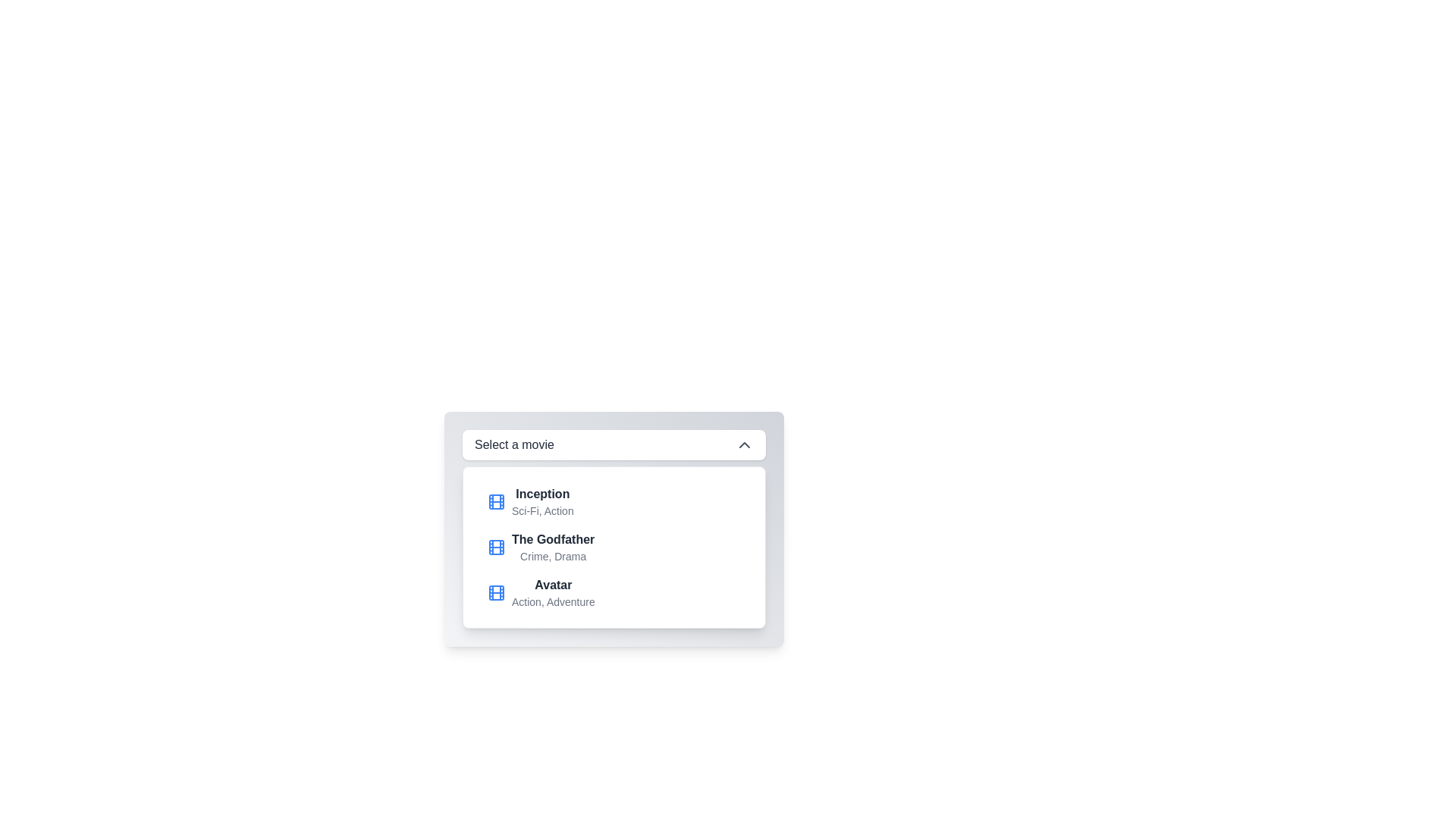 The height and width of the screenshot is (819, 1456). What do you see at coordinates (552, 547) in the screenshot?
I see `the dropdown item labeled 'The Godfather'` at bounding box center [552, 547].